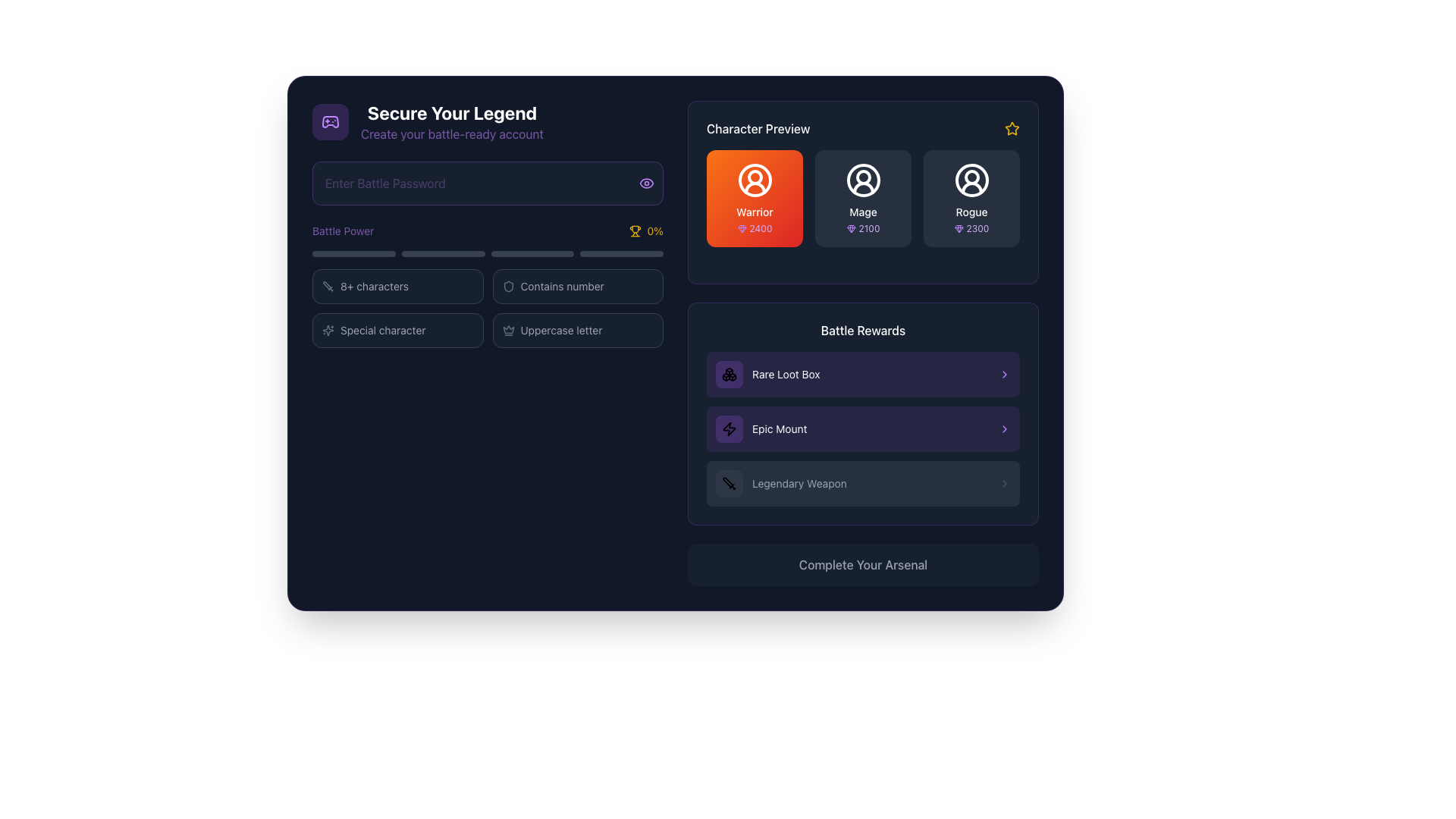 Image resolution: width=1456 pixels, height=819 pixels. I want to click on the '8+ characters' indicator element in the password requirements section, which features light gray text on a dark rounded rectangular background, so click(397, 287).